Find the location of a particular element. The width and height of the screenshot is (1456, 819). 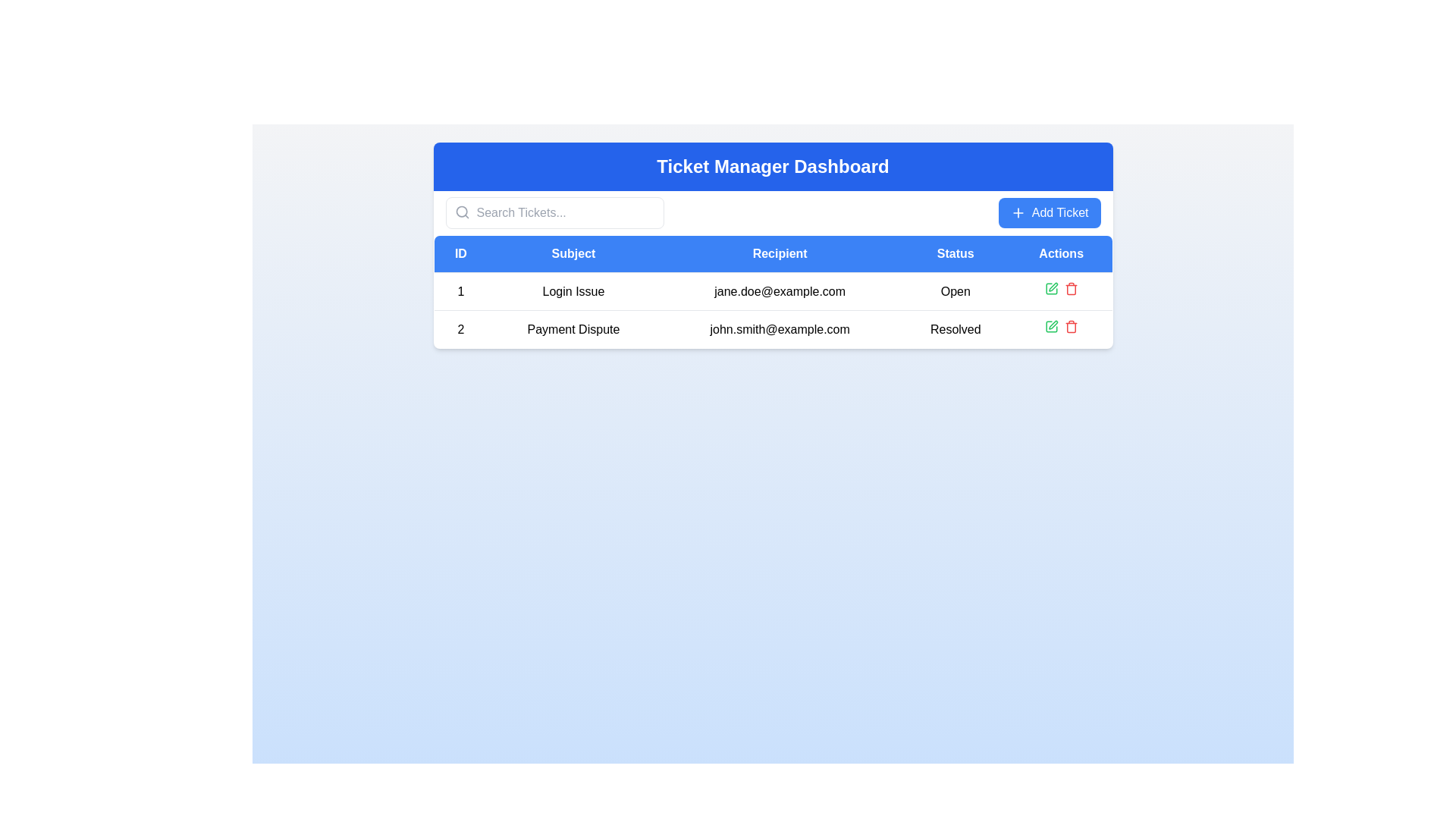

the 'Payment Dispute' text label located in the 'Subject' column of the second row of the table, which is centered within its cell is located at coordinates (573, 328).